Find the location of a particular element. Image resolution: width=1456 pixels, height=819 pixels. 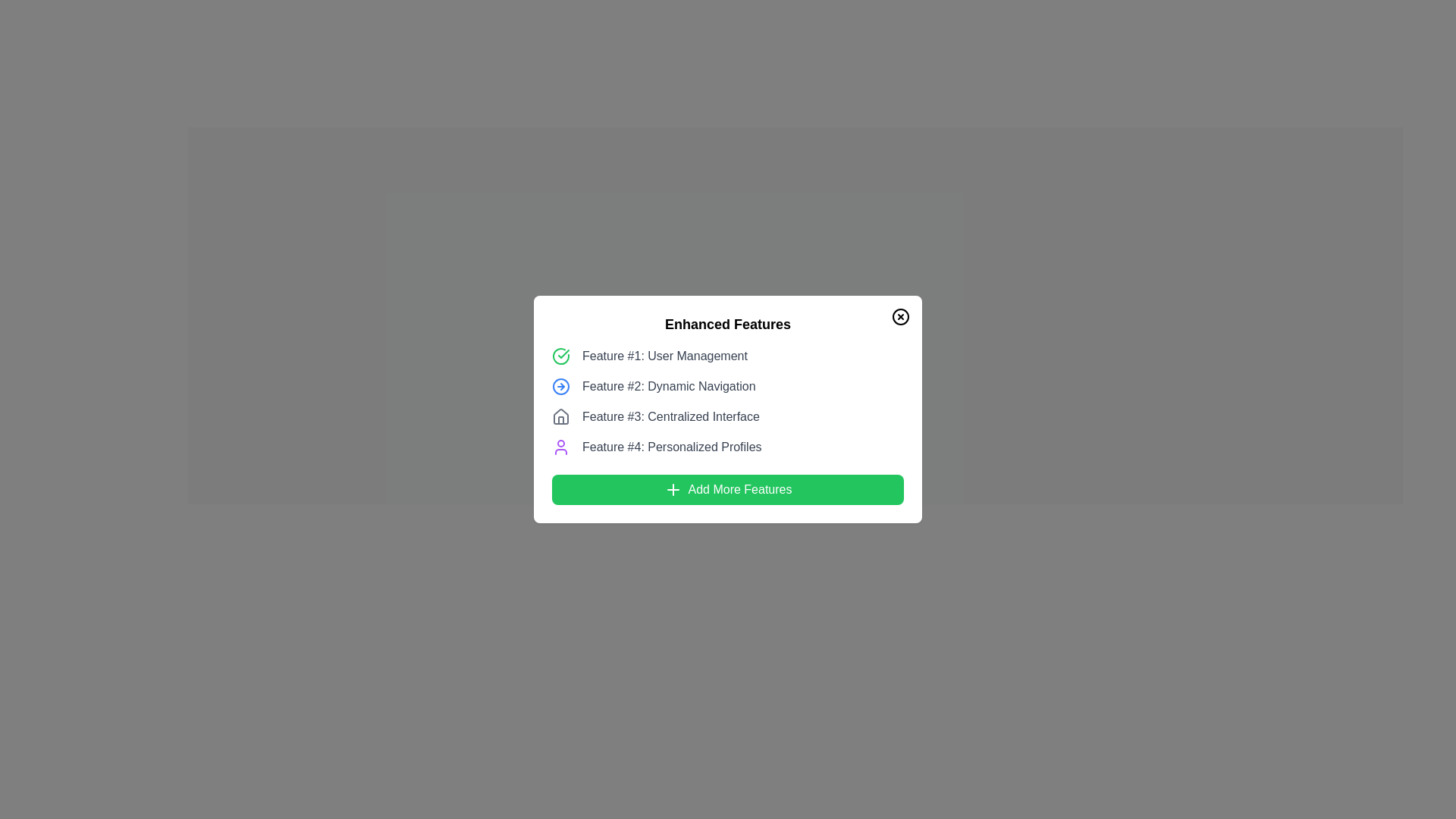

the circular arrow icon indicating 'Dynamic Navigation', located to the left of the label 'Feature #2: Dynamic Navigation' is located at coordinates (560, 385).